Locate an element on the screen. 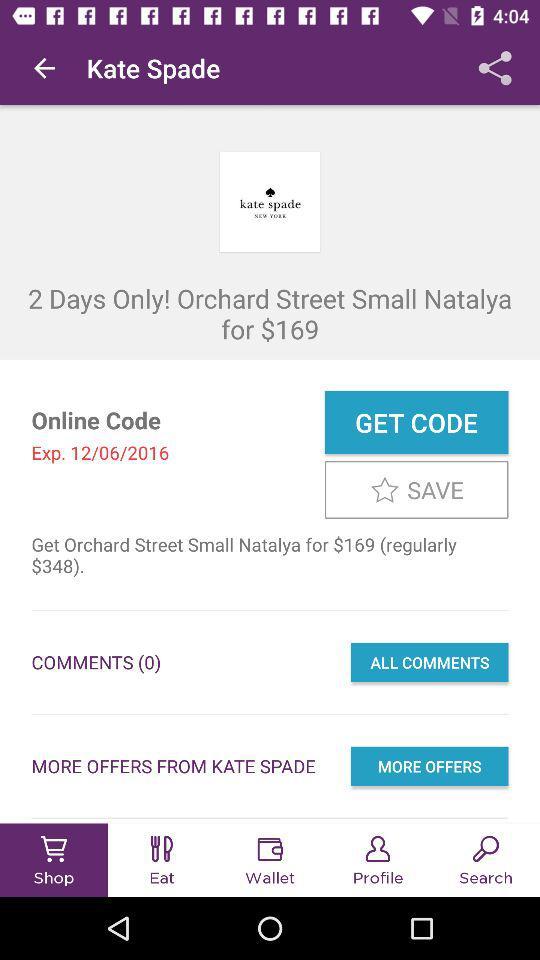  the item above the more offers is located at coordinates (428, 662).